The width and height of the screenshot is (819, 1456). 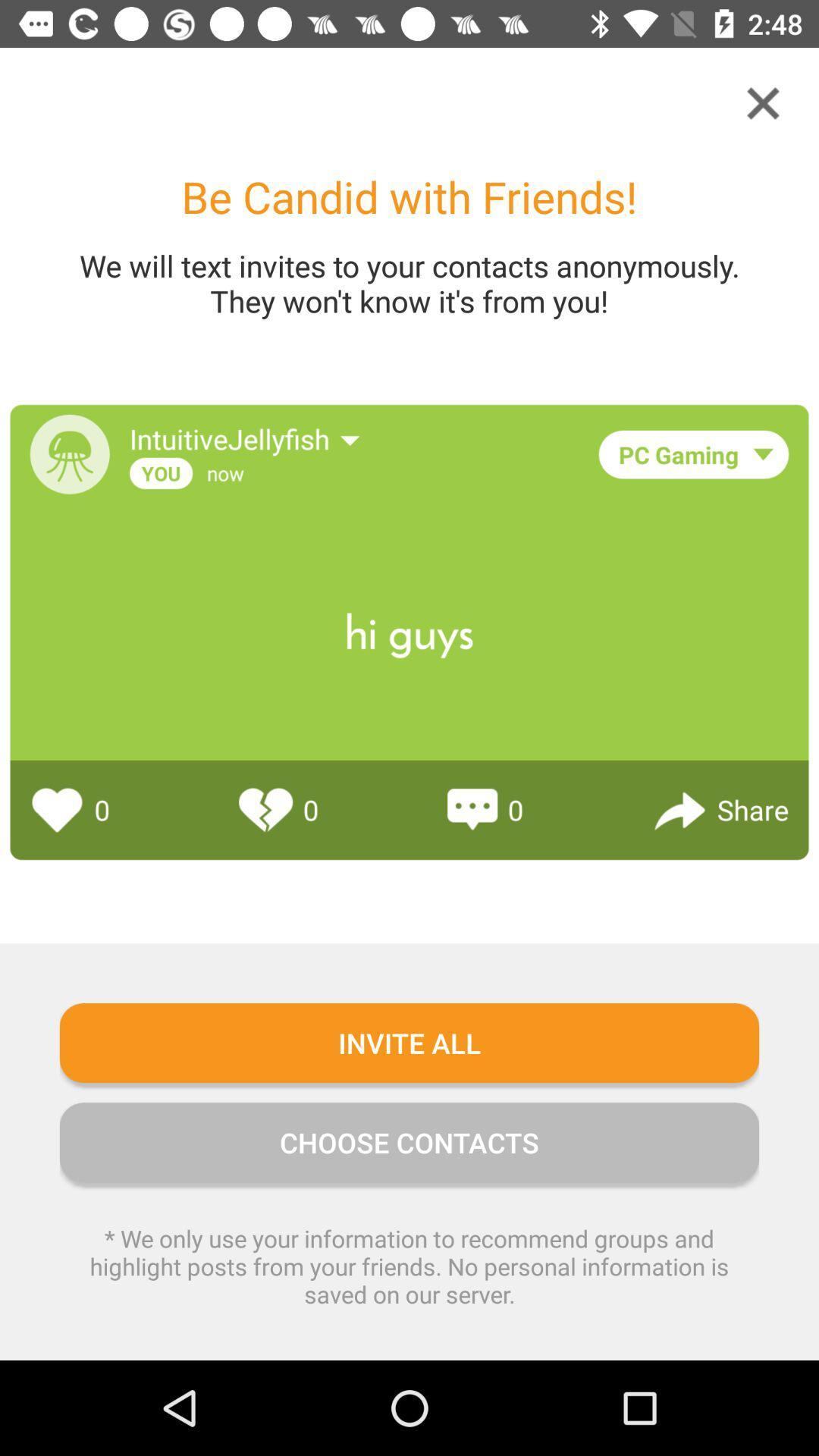 What do you see at coordinates (763, 102) in the screenshot?
I see `the close icon` at bounding box center [763, 102].